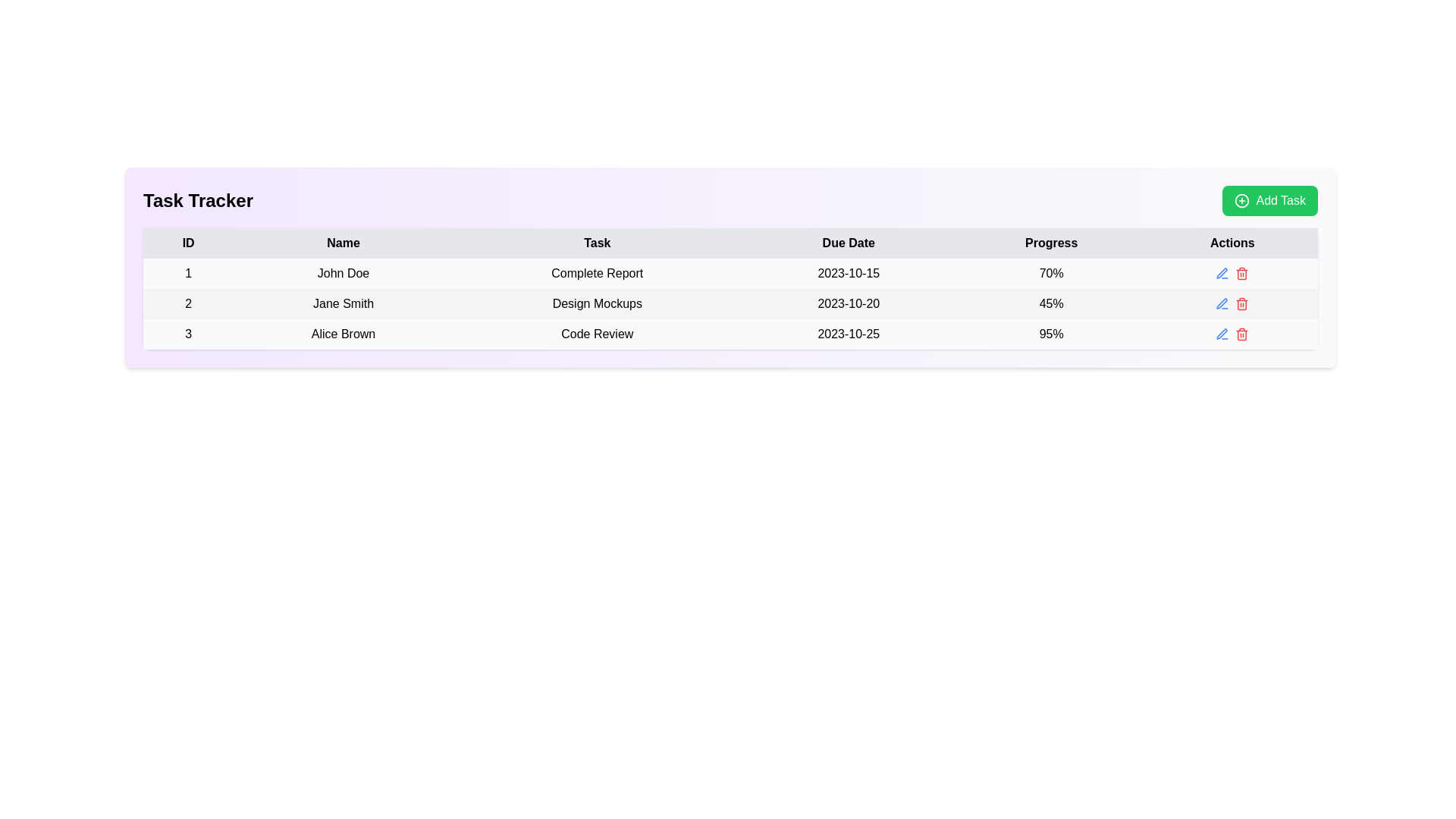 The height and width of the screenshot is (819, 1456). I want to click on the text label displaying '45%' in black characters, located in the second row of the table under the column labeled 'Progress', so click(1050, 304).